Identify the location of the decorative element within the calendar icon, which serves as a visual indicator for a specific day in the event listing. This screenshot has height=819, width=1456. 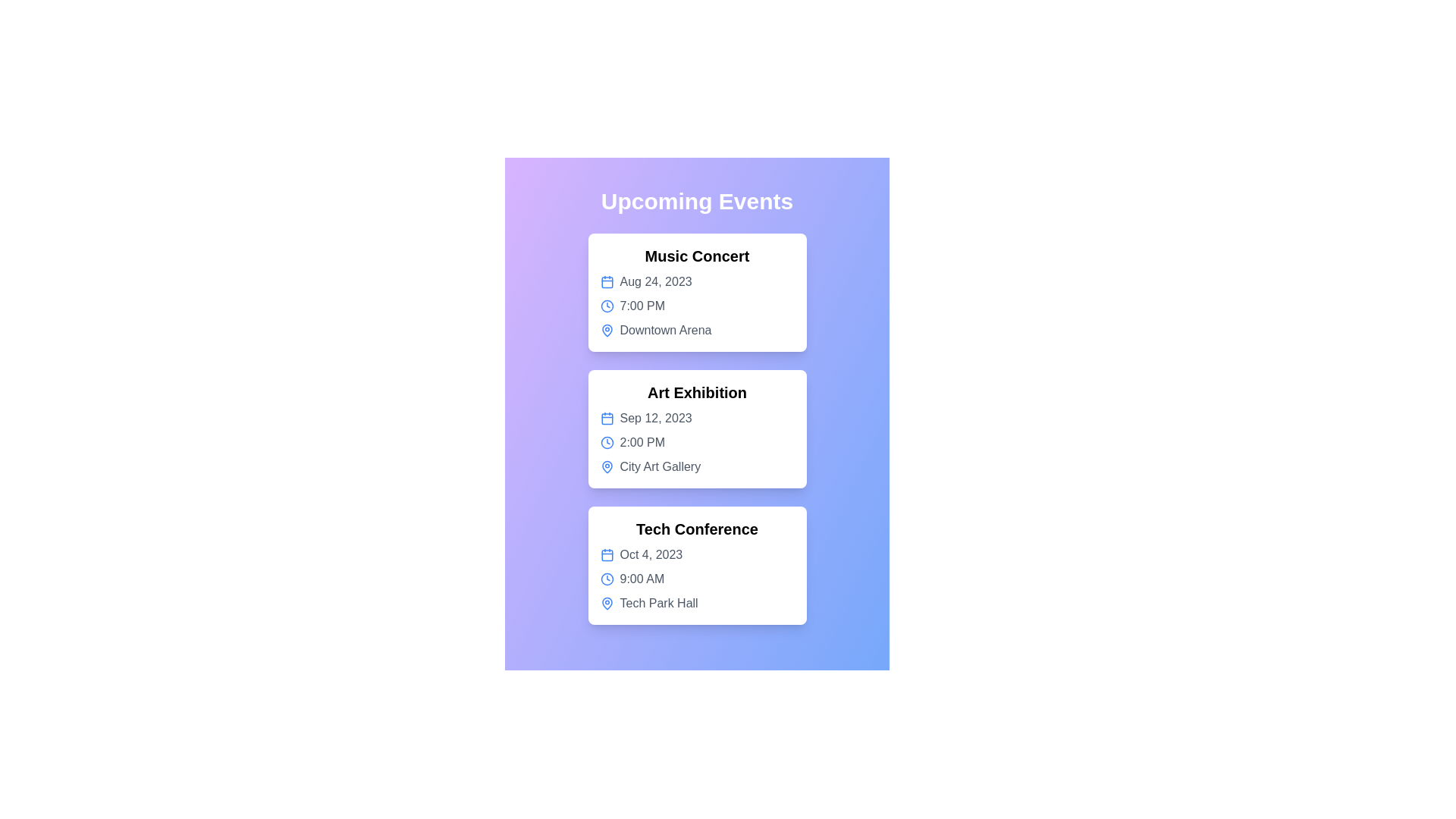
(607, 419).